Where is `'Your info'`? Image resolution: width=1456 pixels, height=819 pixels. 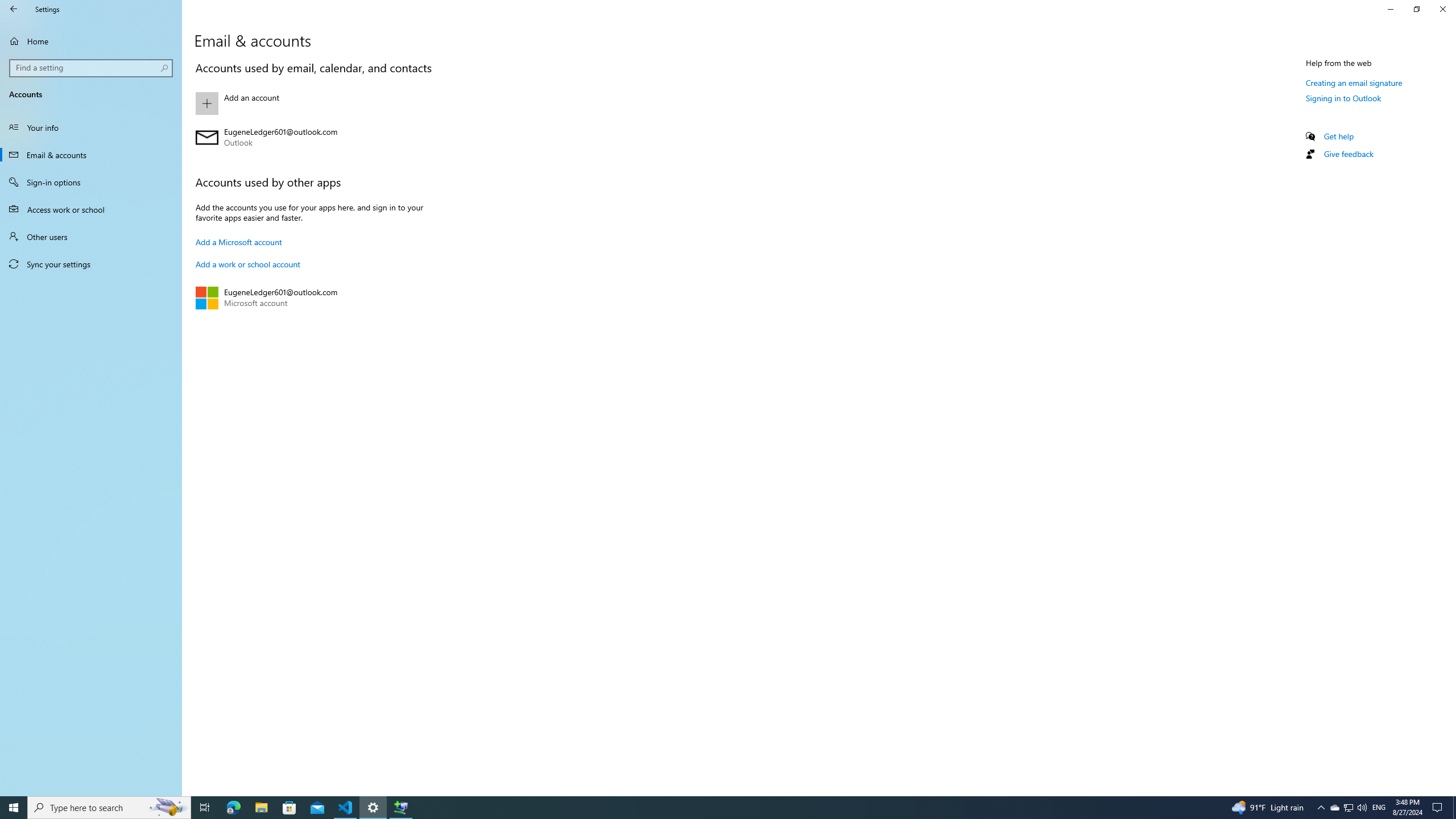 'Your info' is located at coordinates (90, 126).